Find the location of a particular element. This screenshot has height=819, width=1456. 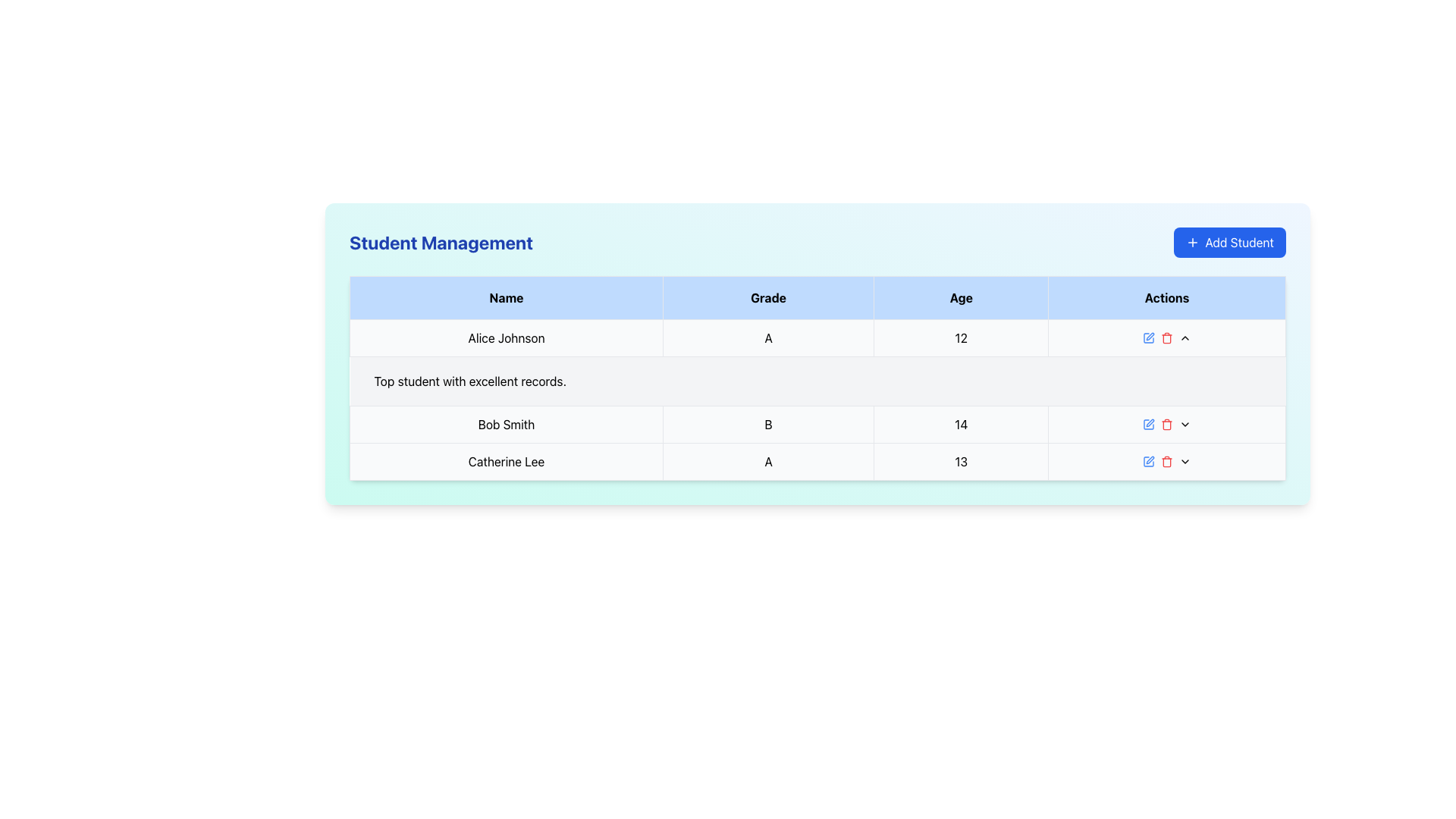

on the first student record row in the 'Student Management' table, which includes the student's name, grade, and age, and provides action buttons for interaction is located at coordinates (817, 337).